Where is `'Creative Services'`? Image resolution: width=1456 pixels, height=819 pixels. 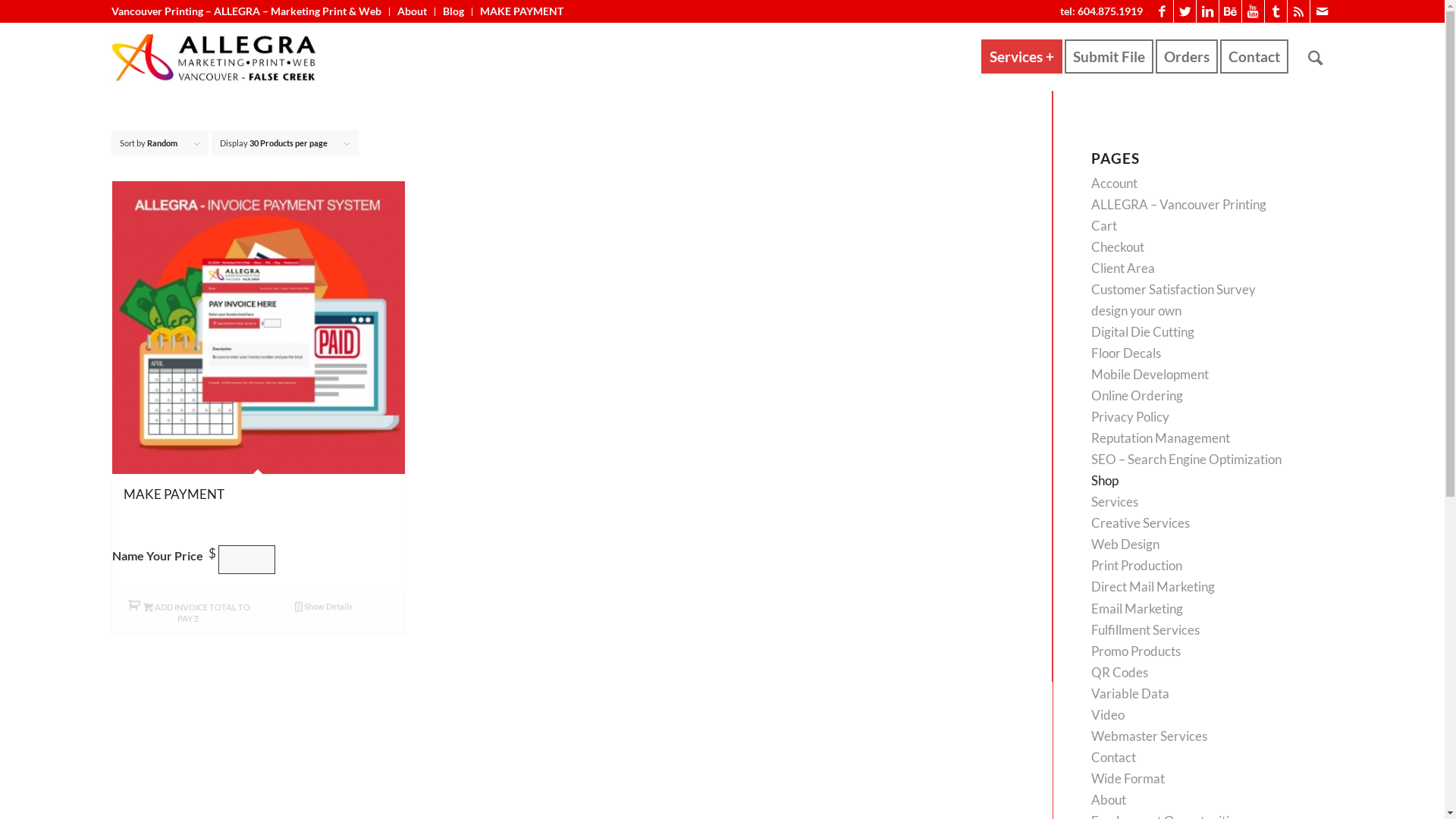 'Creative Services' is located at coordinates (1090, 522).